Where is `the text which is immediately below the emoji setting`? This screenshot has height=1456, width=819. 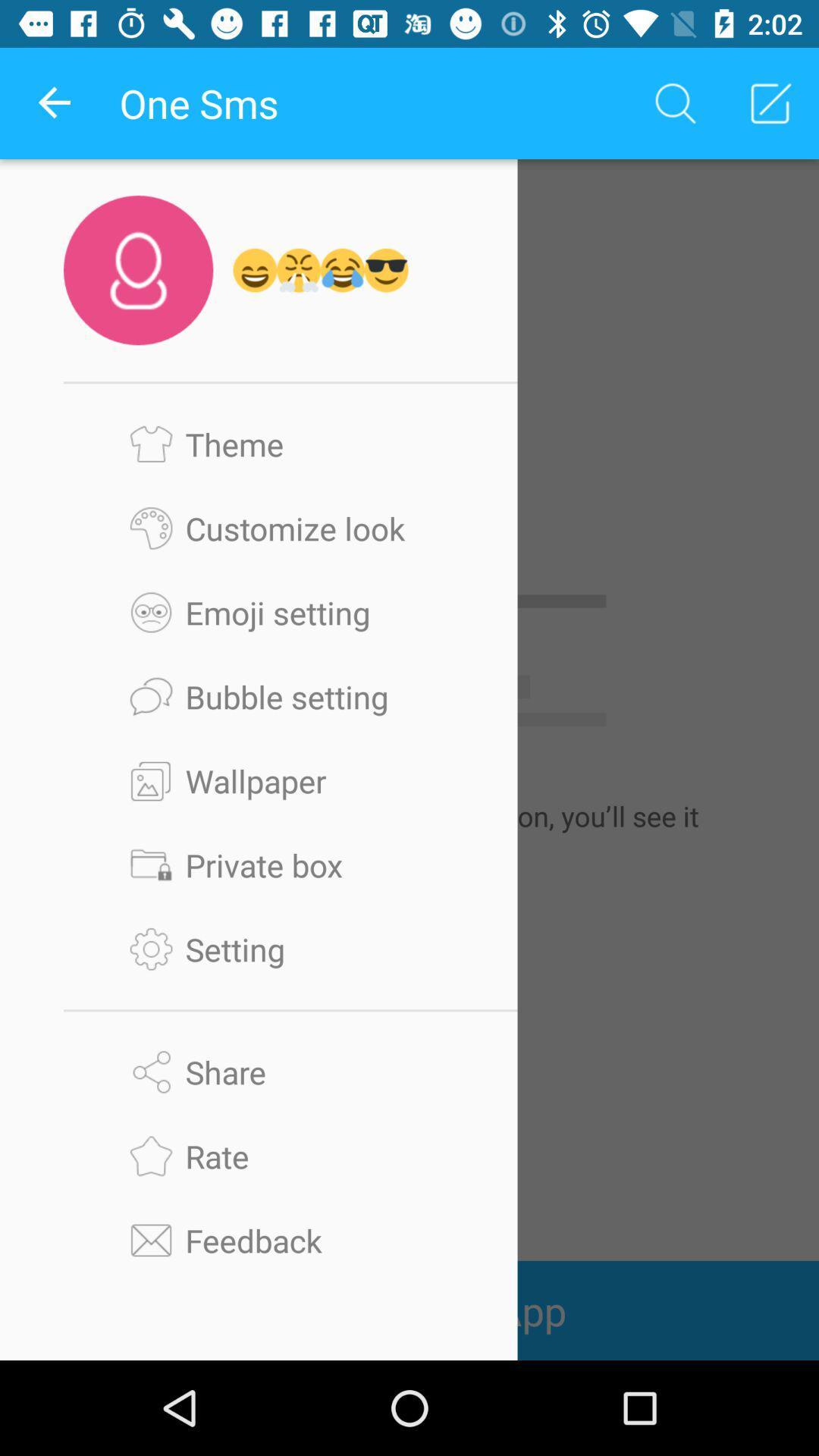 the text which is immediately below the emoji setting is located at coordinates (290, 695).